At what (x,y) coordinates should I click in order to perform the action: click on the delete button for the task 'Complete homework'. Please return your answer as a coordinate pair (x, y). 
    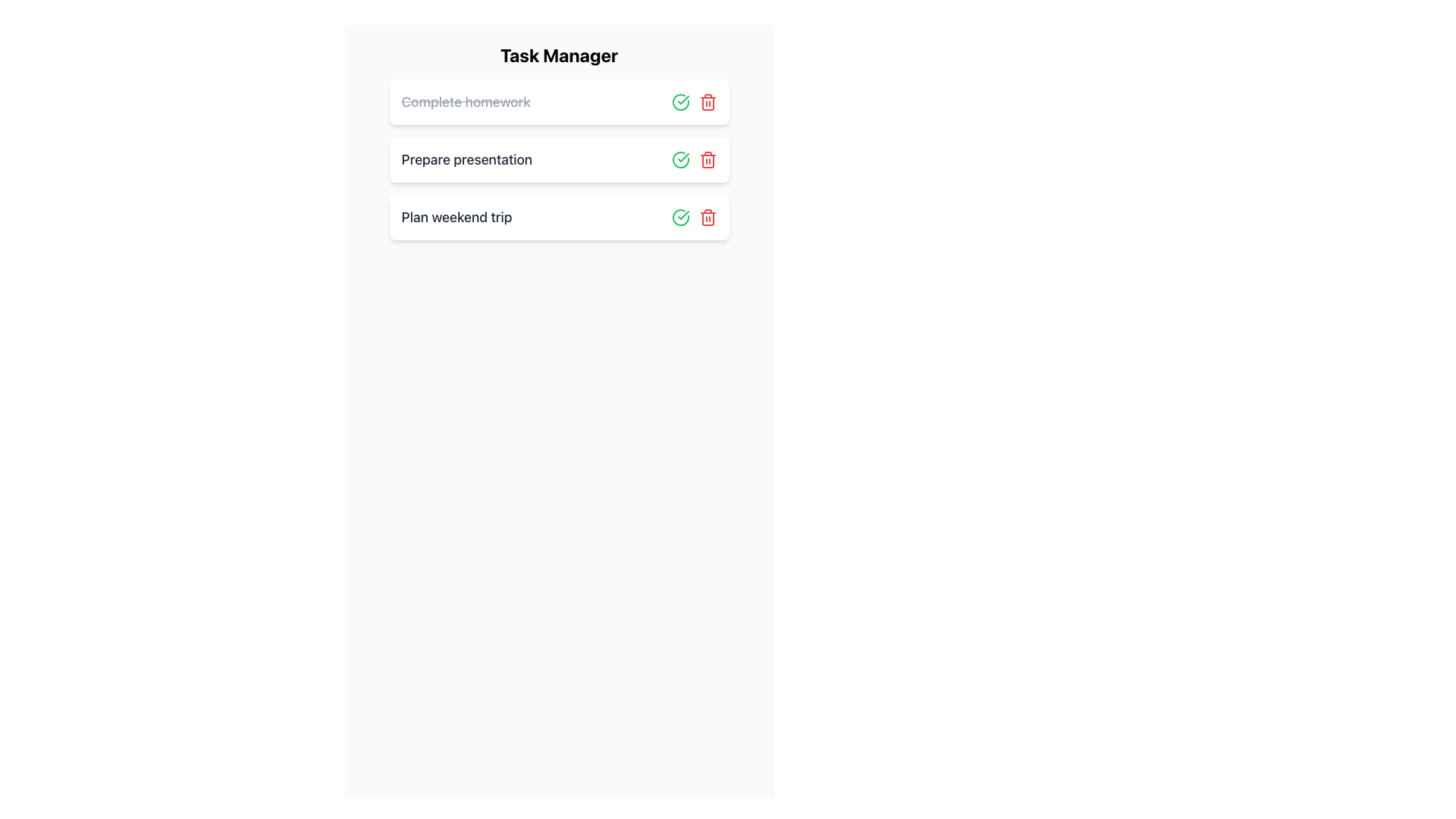
    Looking at the image, I should click on (707, 217).